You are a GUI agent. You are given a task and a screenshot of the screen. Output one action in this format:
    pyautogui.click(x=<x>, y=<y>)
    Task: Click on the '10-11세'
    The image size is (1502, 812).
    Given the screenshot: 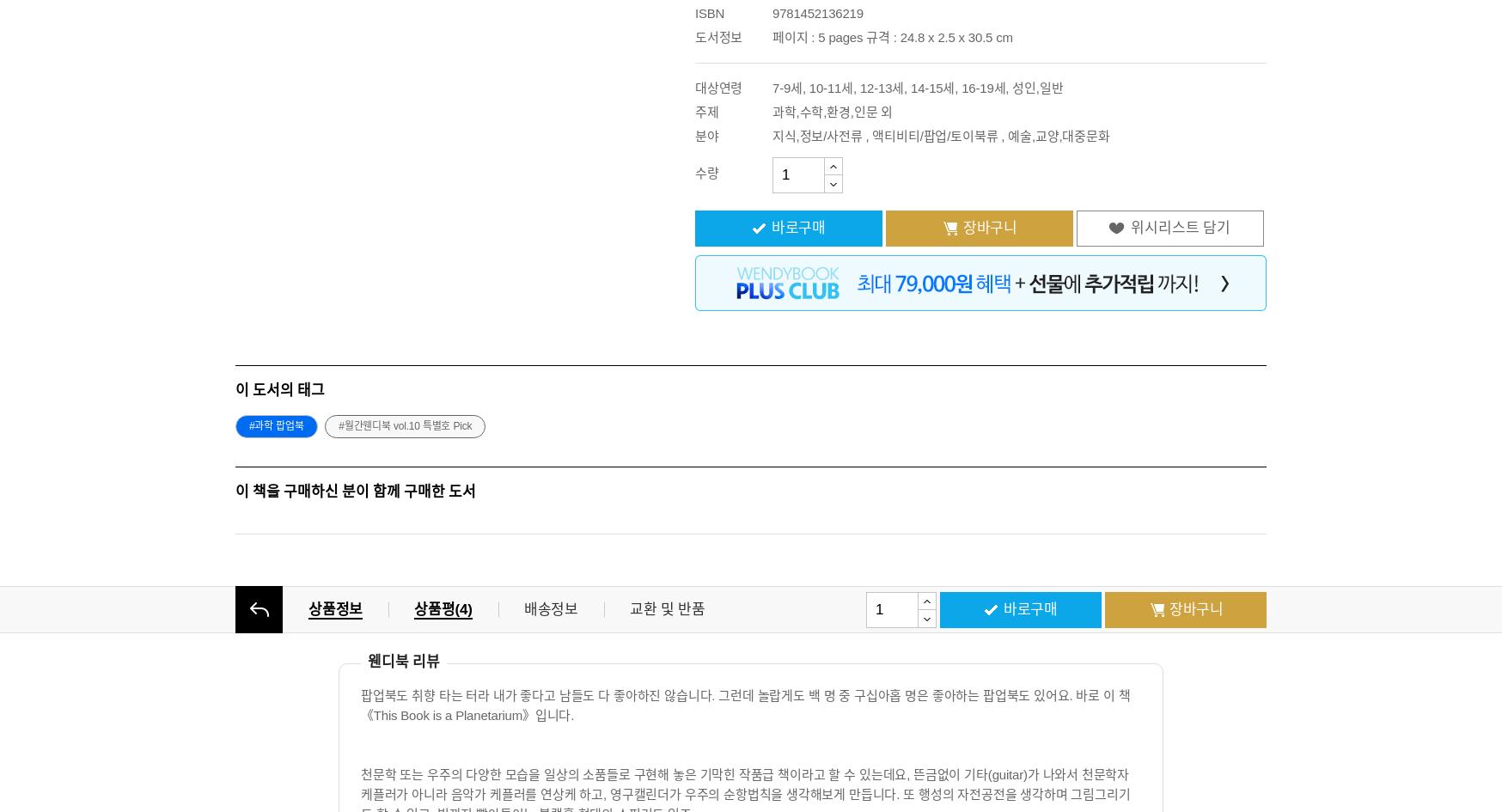 What is the action you would take?
    pyautogui.click(x=830, y=87)
    